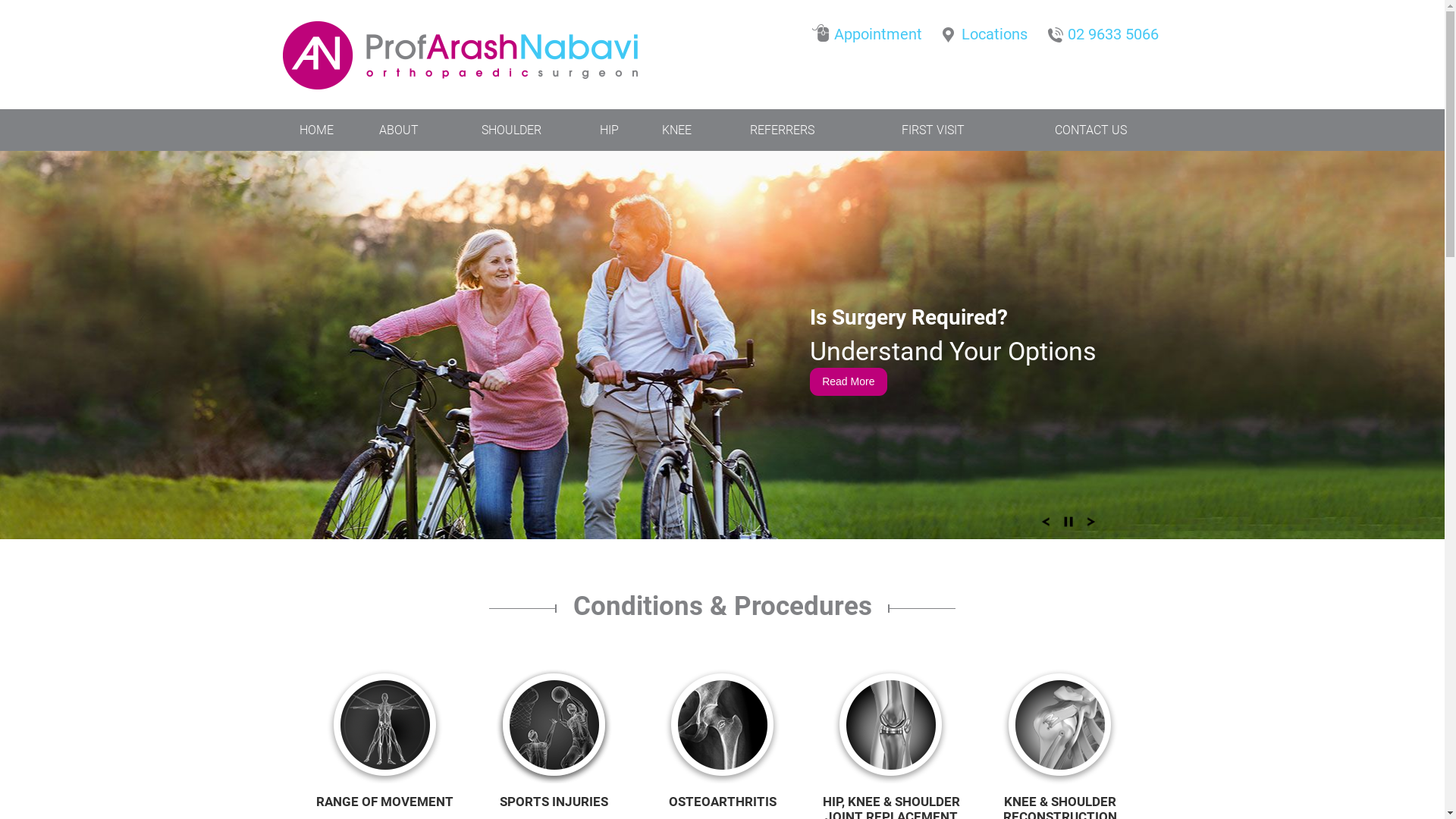 The height and width of the screenshot is (819, 1456). I want to click on 'Conditions & Procedures', so click(722, 629).